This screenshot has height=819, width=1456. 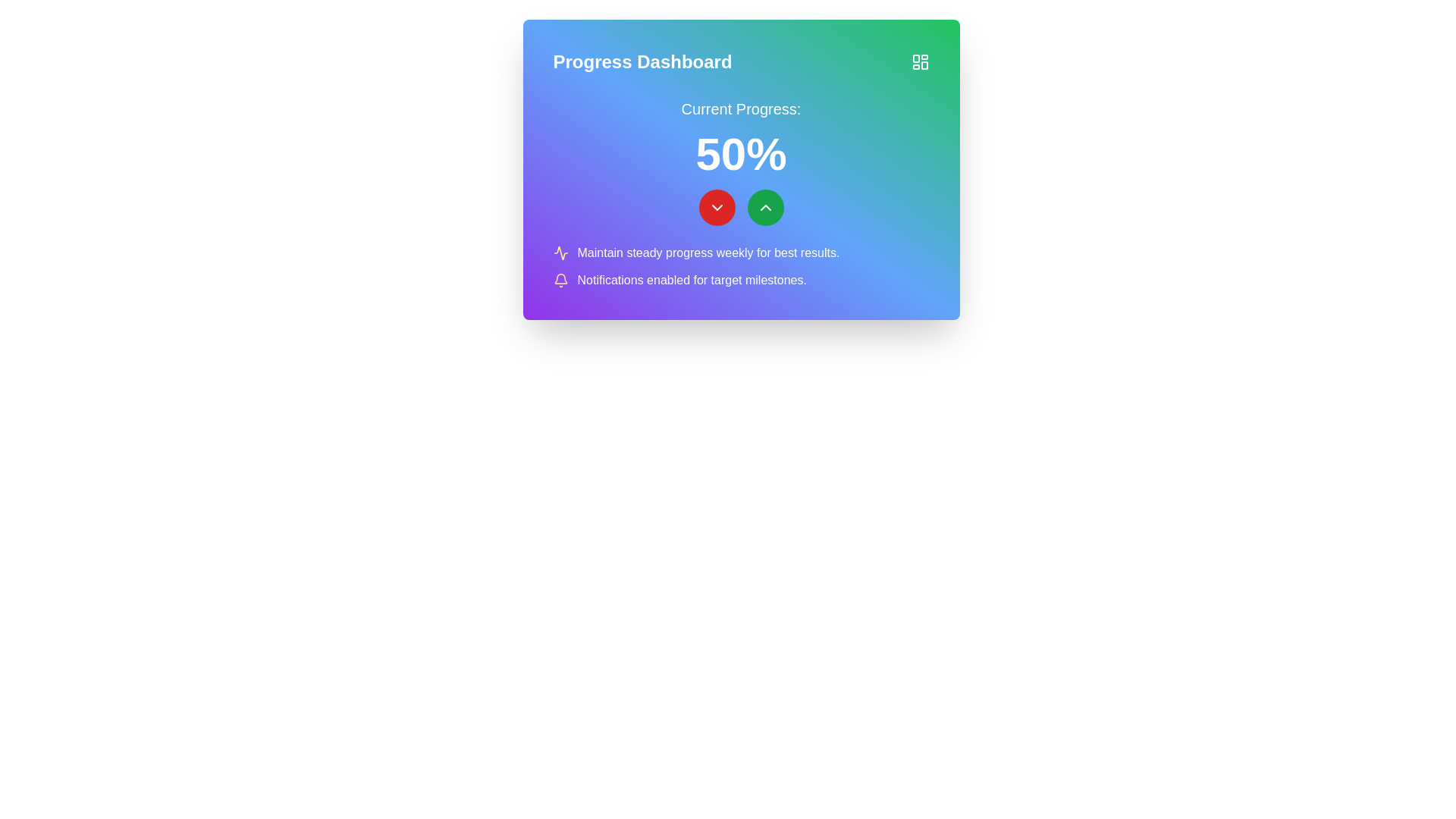 I want to click on the notification icon located in the notification section of the dashboard card, positioned to the left side of a textual notification message, so click(x=560, y=281).